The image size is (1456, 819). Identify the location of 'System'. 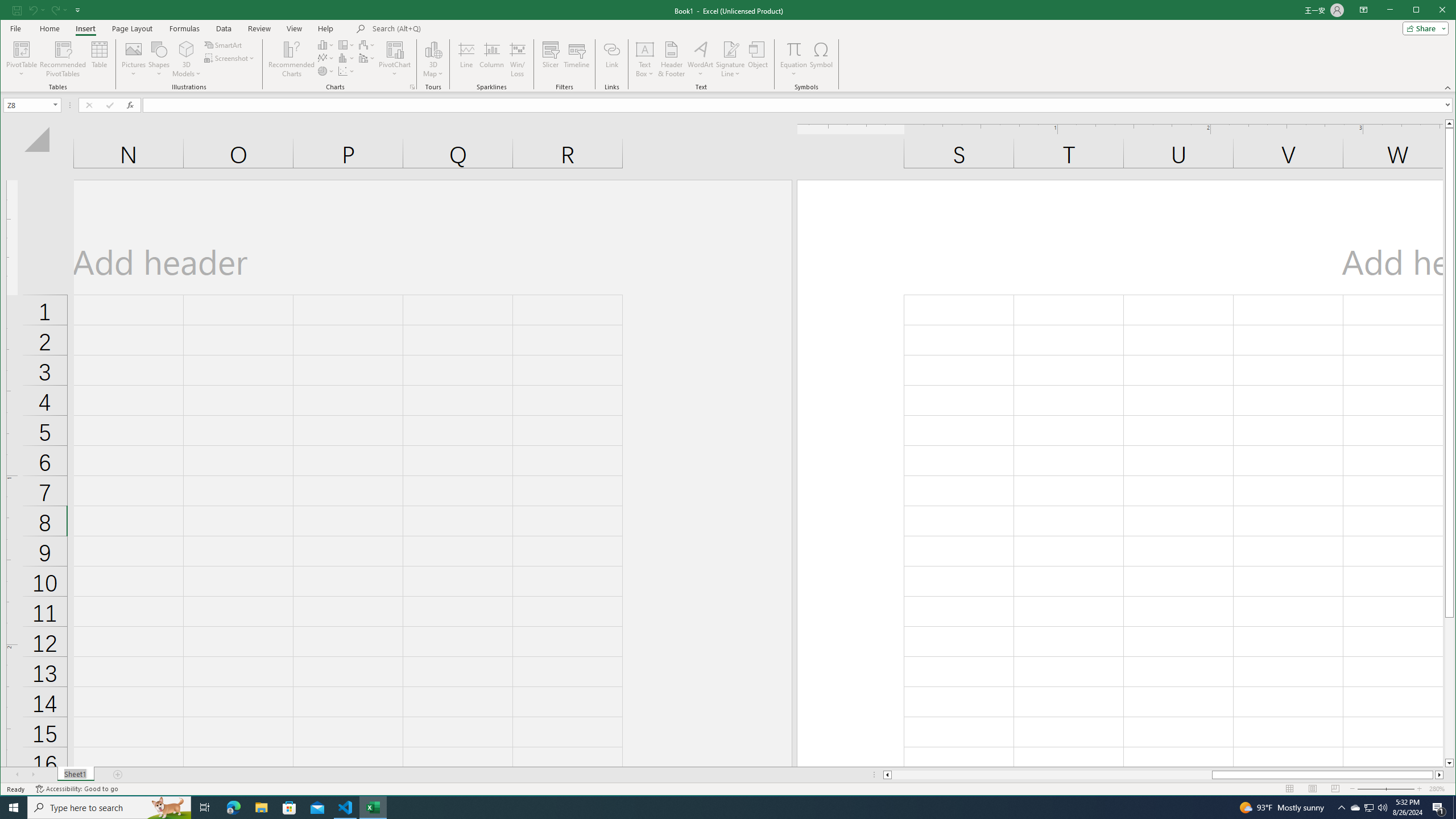
(11, 11).